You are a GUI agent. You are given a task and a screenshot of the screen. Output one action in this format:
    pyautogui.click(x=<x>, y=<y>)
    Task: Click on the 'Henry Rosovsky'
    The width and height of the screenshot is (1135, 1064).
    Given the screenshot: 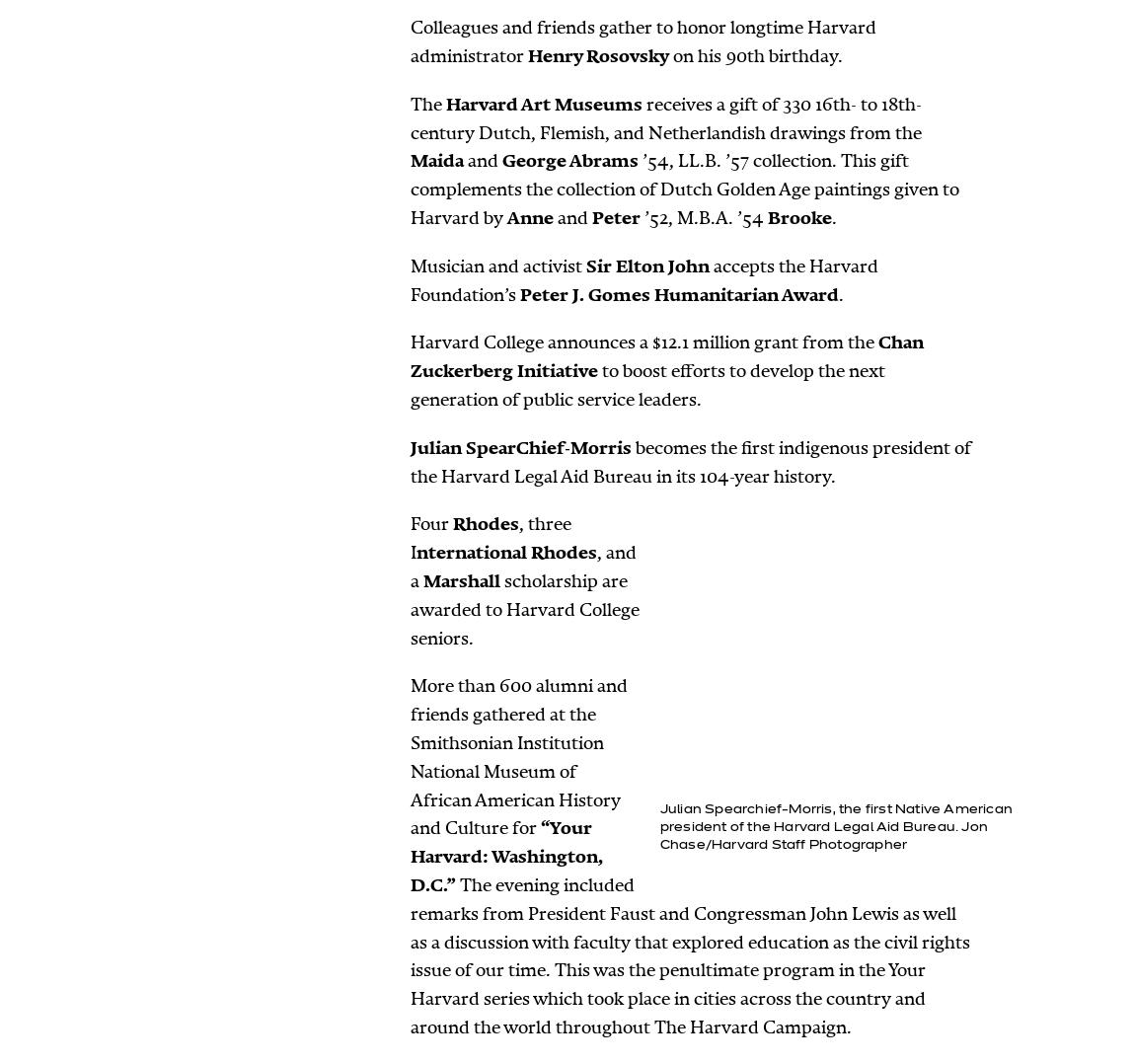 What is the action you would take?
    pyautogui.click(x=597, y=56)
    